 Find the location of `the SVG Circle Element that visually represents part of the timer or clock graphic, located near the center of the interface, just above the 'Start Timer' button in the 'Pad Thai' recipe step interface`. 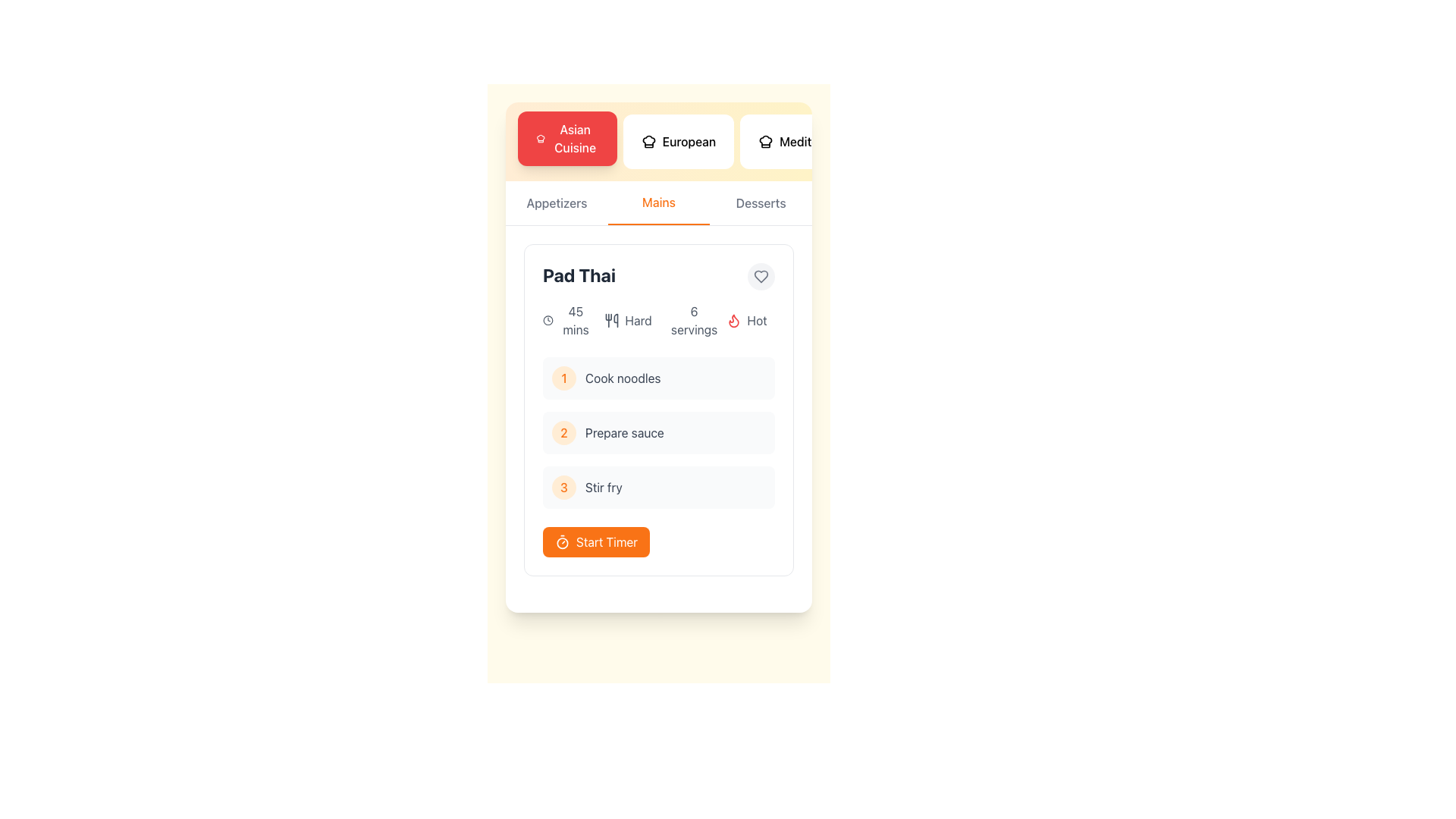

the SVG Circle Element that visually represents part of the timer or clock graphic, located near the center of the interface, just above the 'Start Timer' button in the 'Pad Thai' recipe step interface is located at coordinates (562, 542).